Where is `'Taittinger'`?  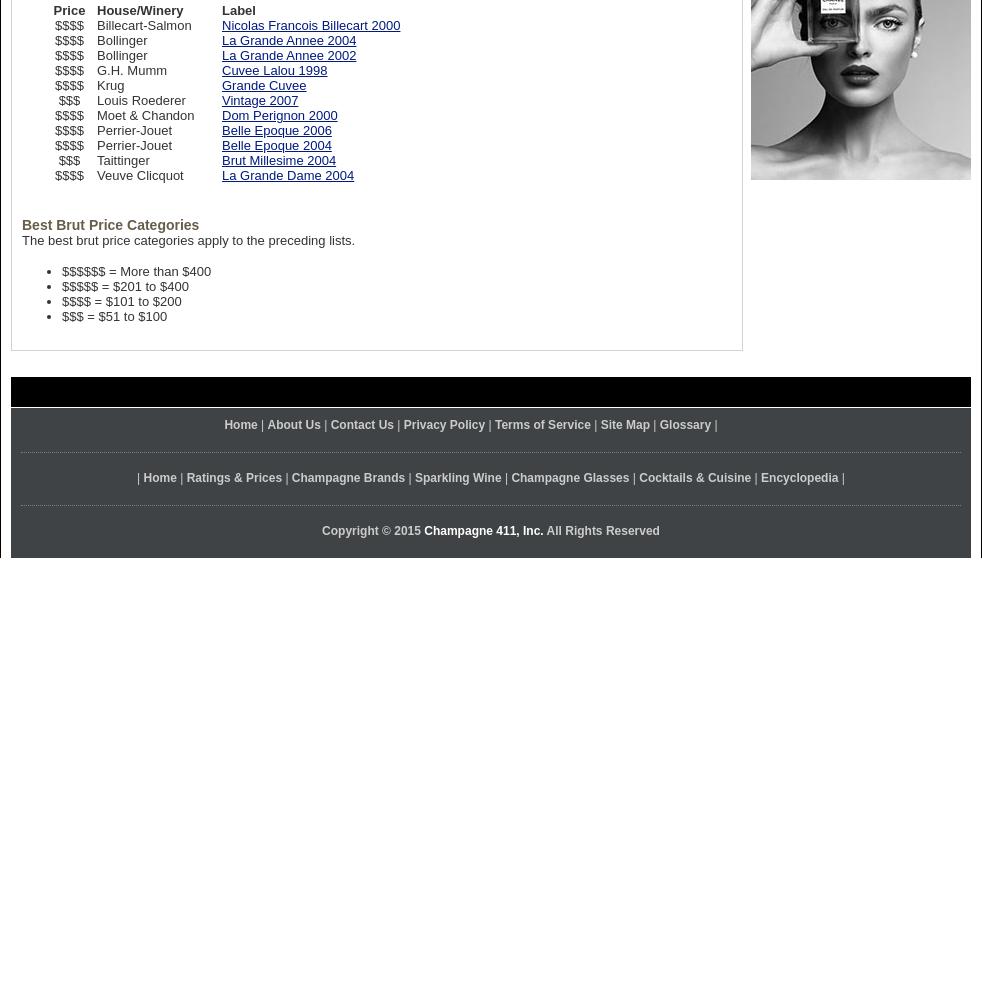
'Taittinger' is located at coordinates (122, 160).